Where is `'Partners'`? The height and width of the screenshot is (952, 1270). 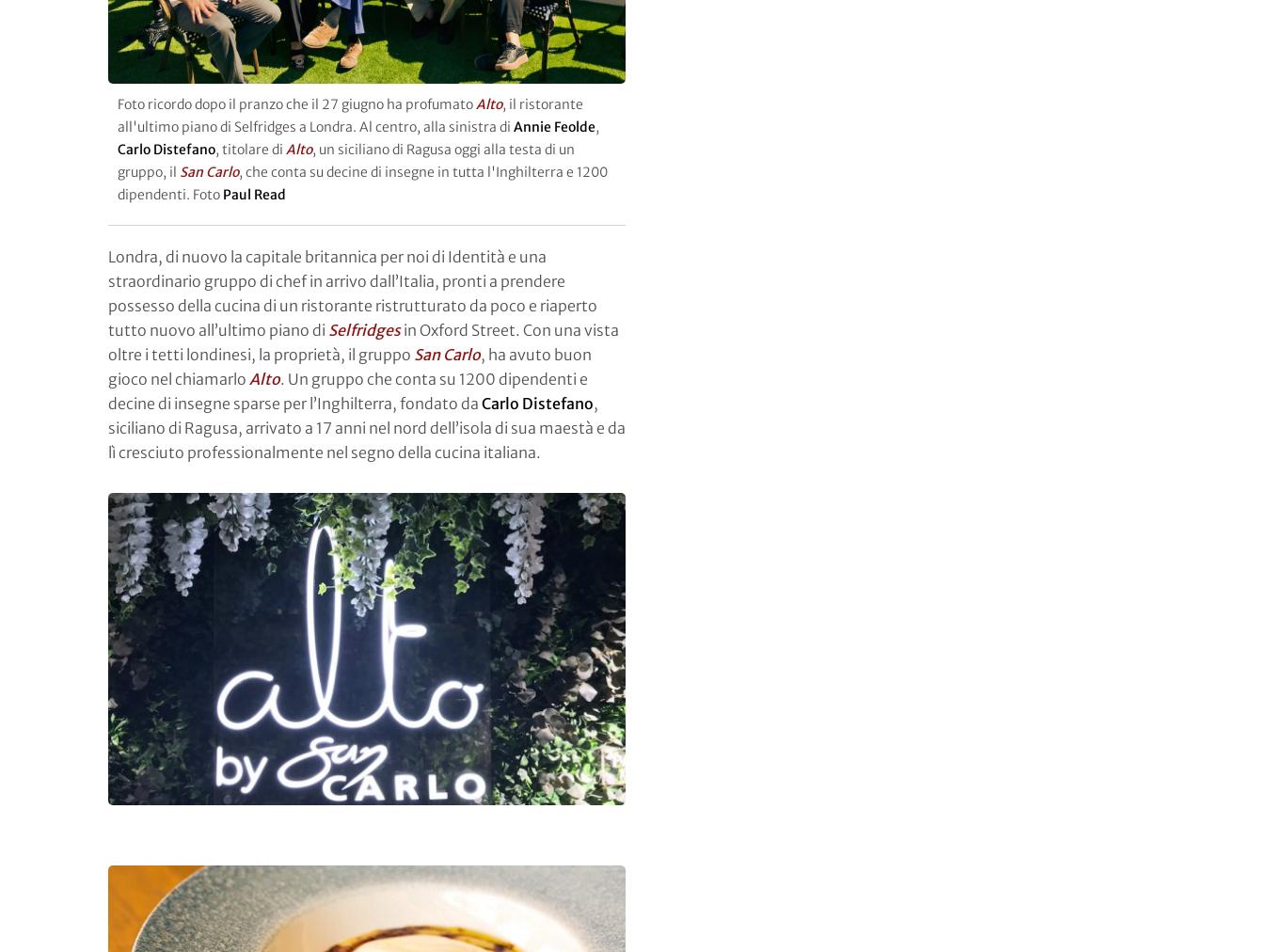
'Partners' is located at coordinates (138, 441).